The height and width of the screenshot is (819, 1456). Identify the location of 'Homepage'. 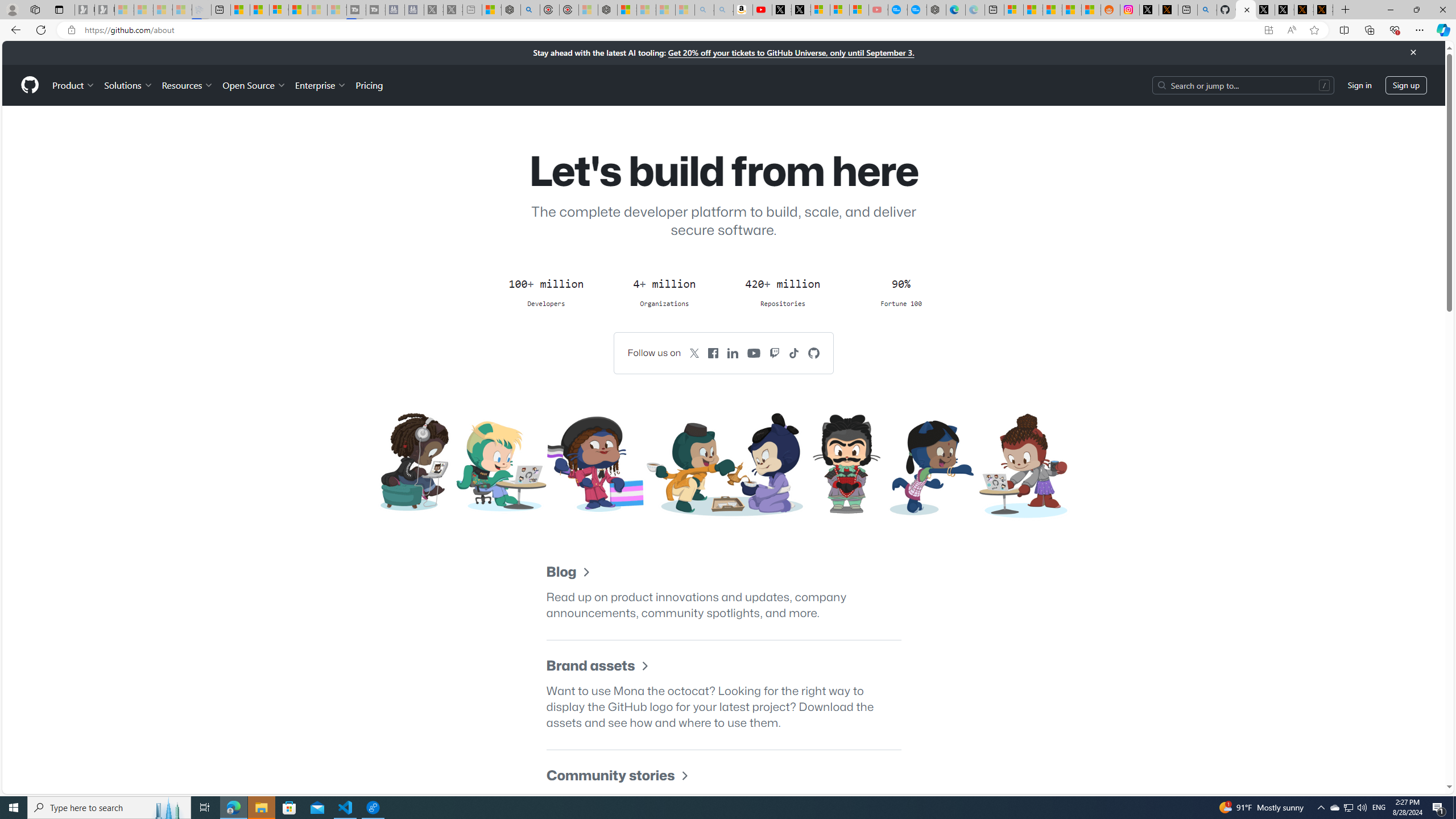
(30, 85).